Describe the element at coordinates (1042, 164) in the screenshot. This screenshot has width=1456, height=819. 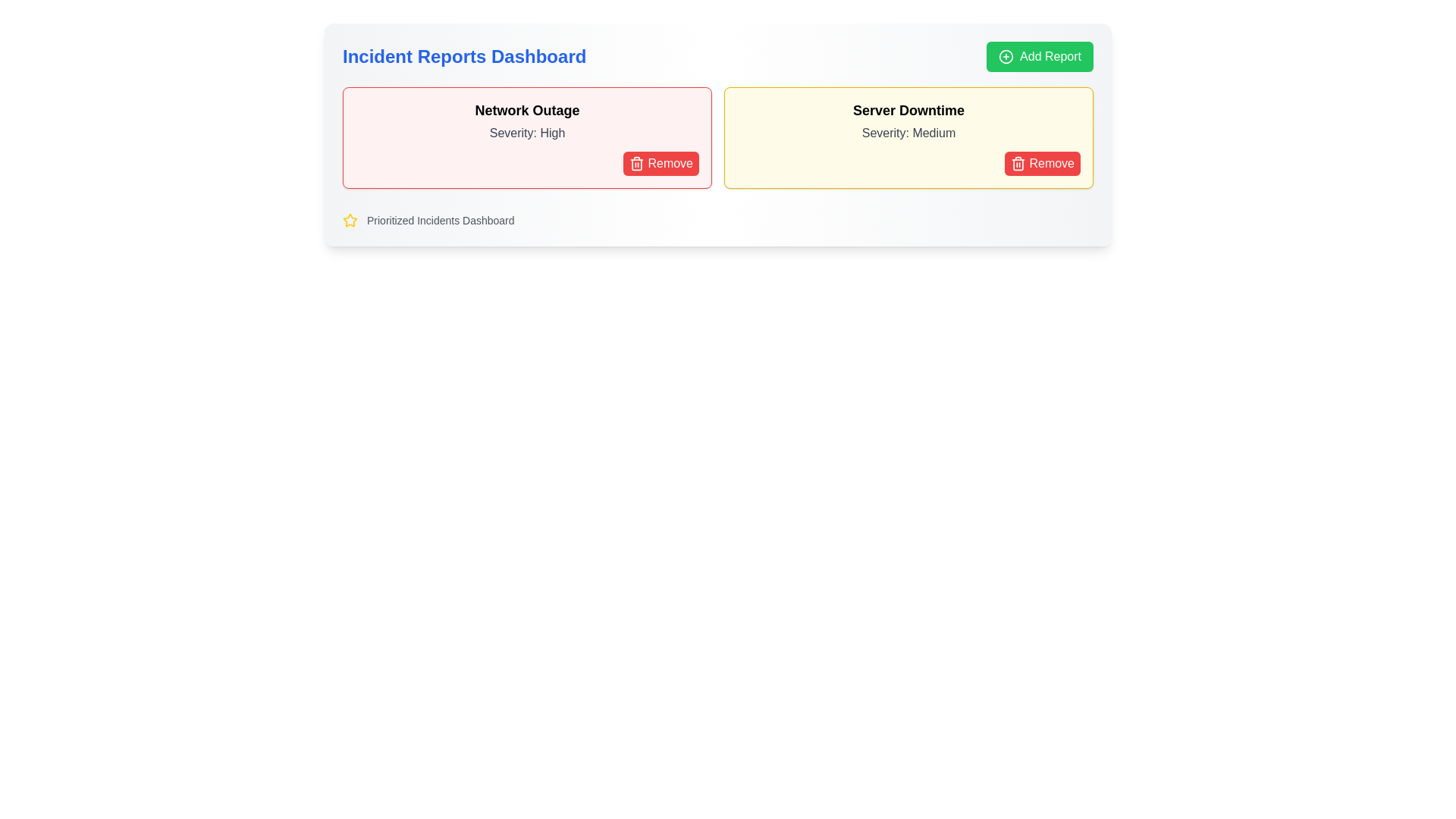
I see `the red 'Remove' button with a trash can icon, located at the bottom-right corner of the 'Server Downtime' card, to observe the hover effect` at that location.